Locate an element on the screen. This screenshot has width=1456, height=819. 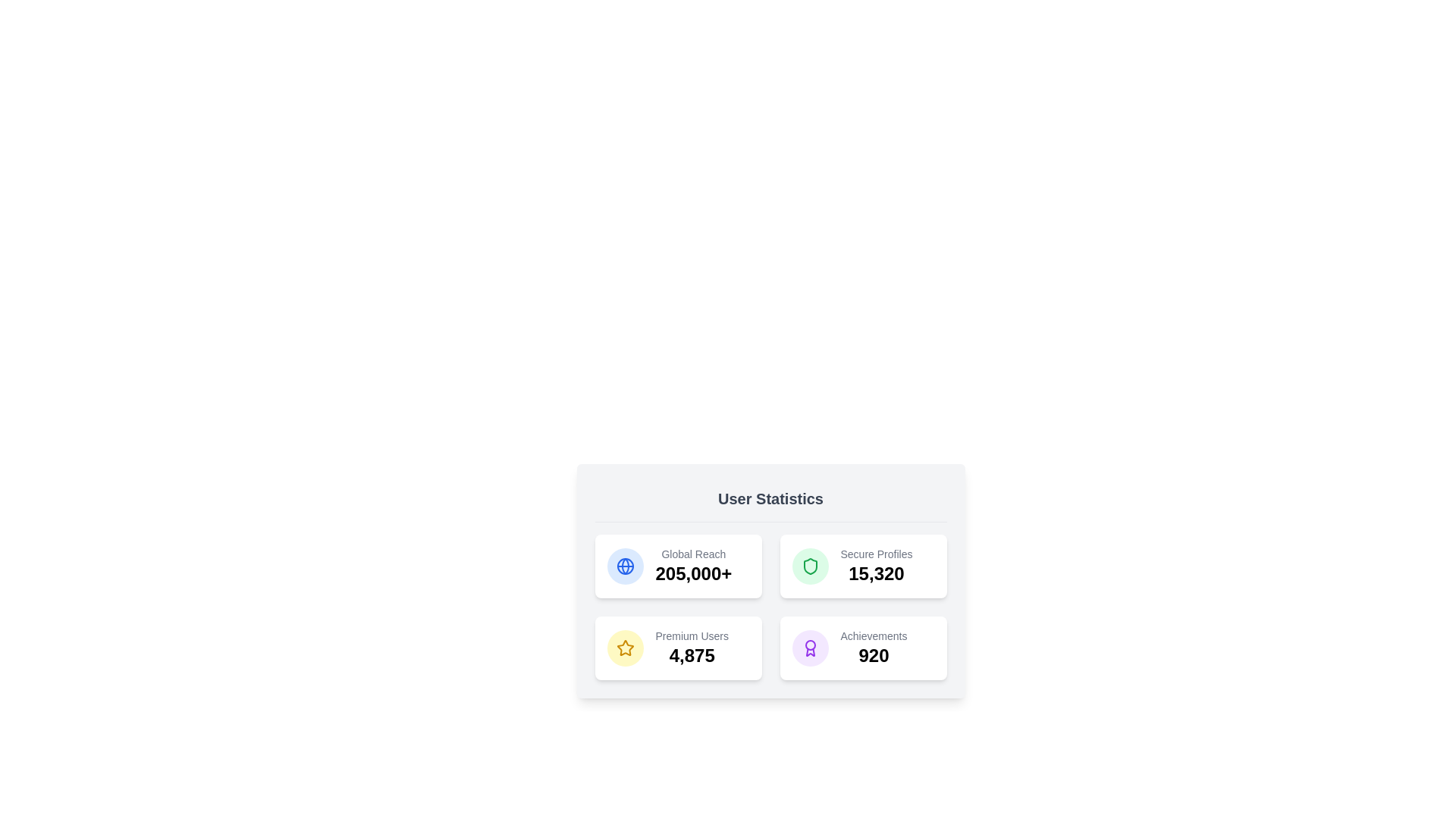
the 'Achievements' summary card located at the bottom-right corner of the grid layout is located at coordinates (863, 648).